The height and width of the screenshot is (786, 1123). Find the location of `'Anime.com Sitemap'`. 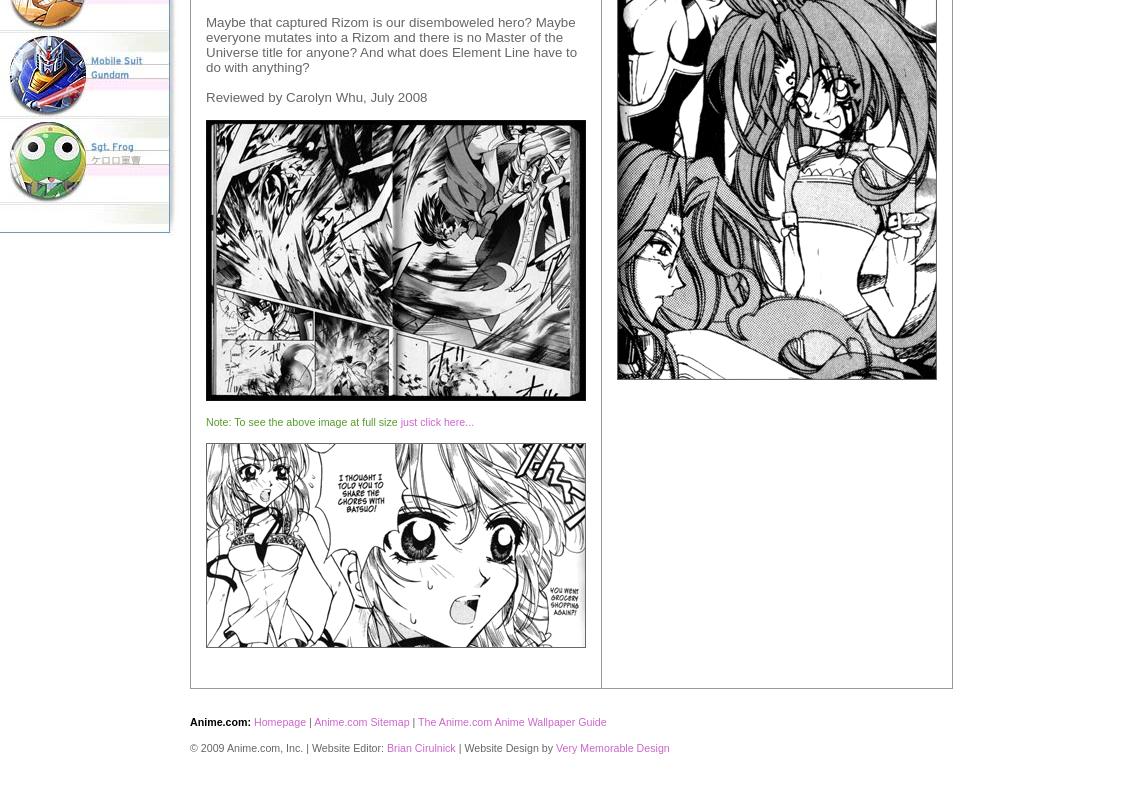

'Anime.com Sitemap' is located at coordinates (361, 720).